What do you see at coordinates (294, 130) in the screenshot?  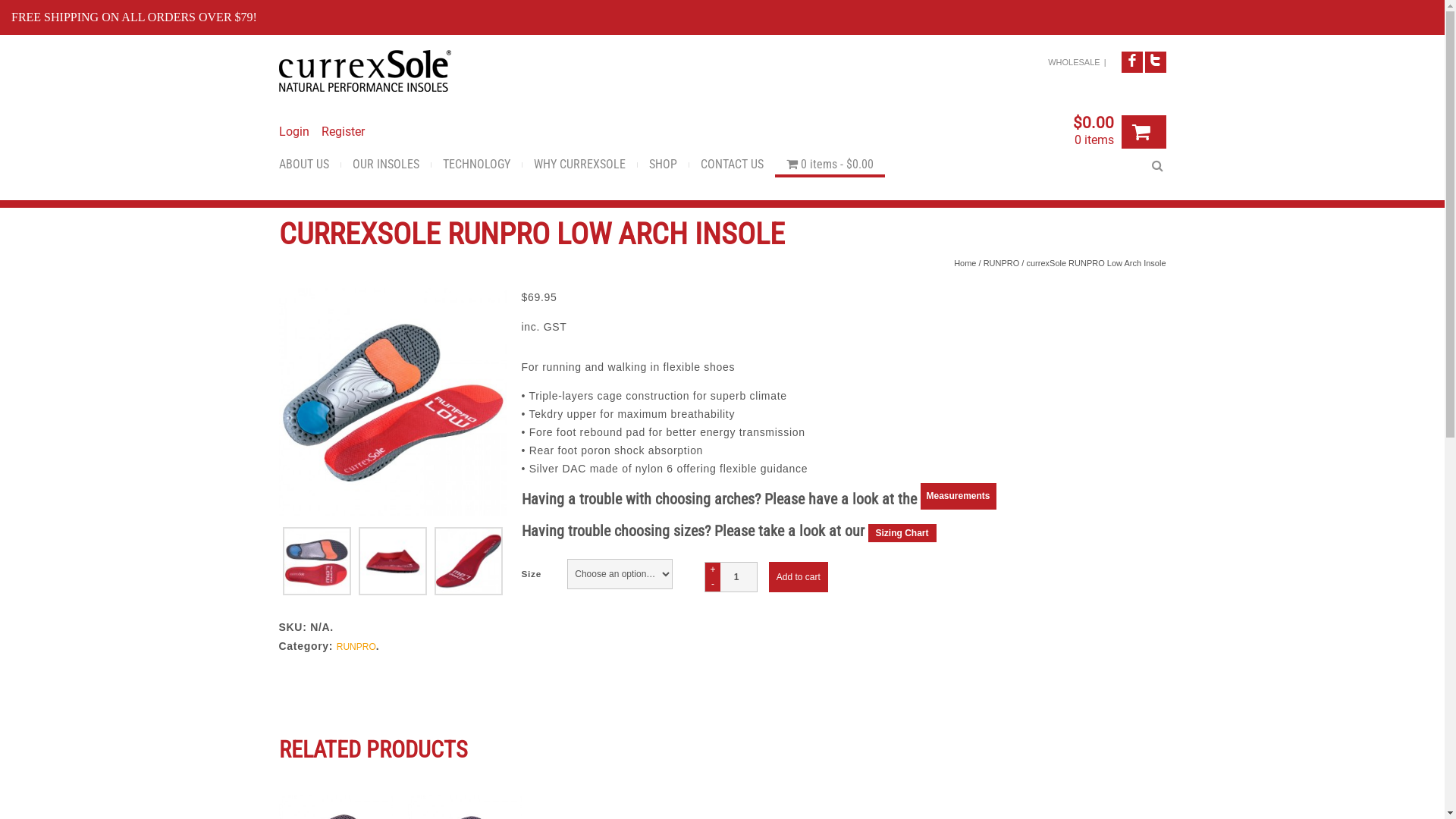 I see `'Login'` at bounding box center [294, 130].